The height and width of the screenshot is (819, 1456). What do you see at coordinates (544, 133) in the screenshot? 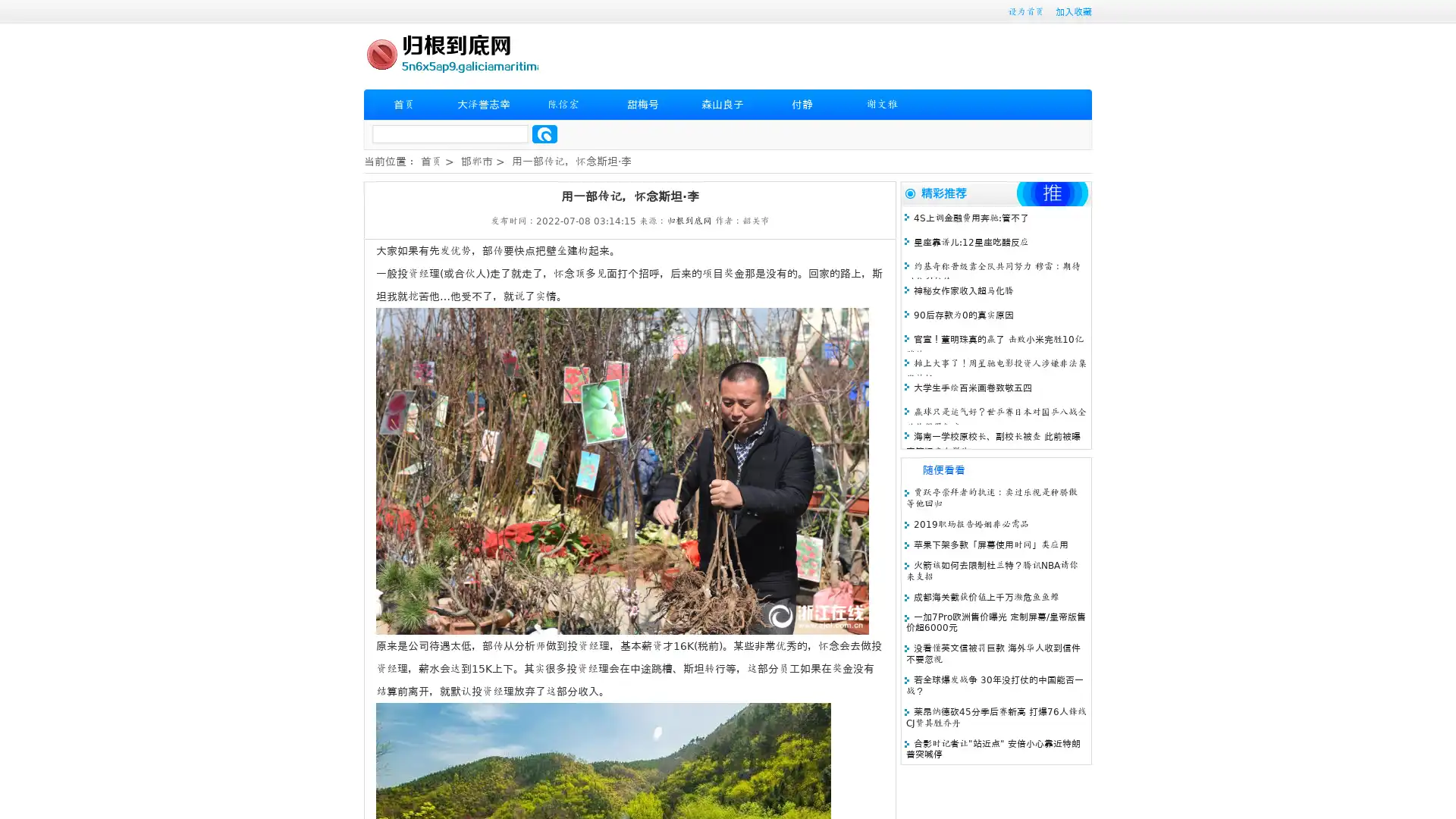
I see `Search` at bounding box center [544, 133].